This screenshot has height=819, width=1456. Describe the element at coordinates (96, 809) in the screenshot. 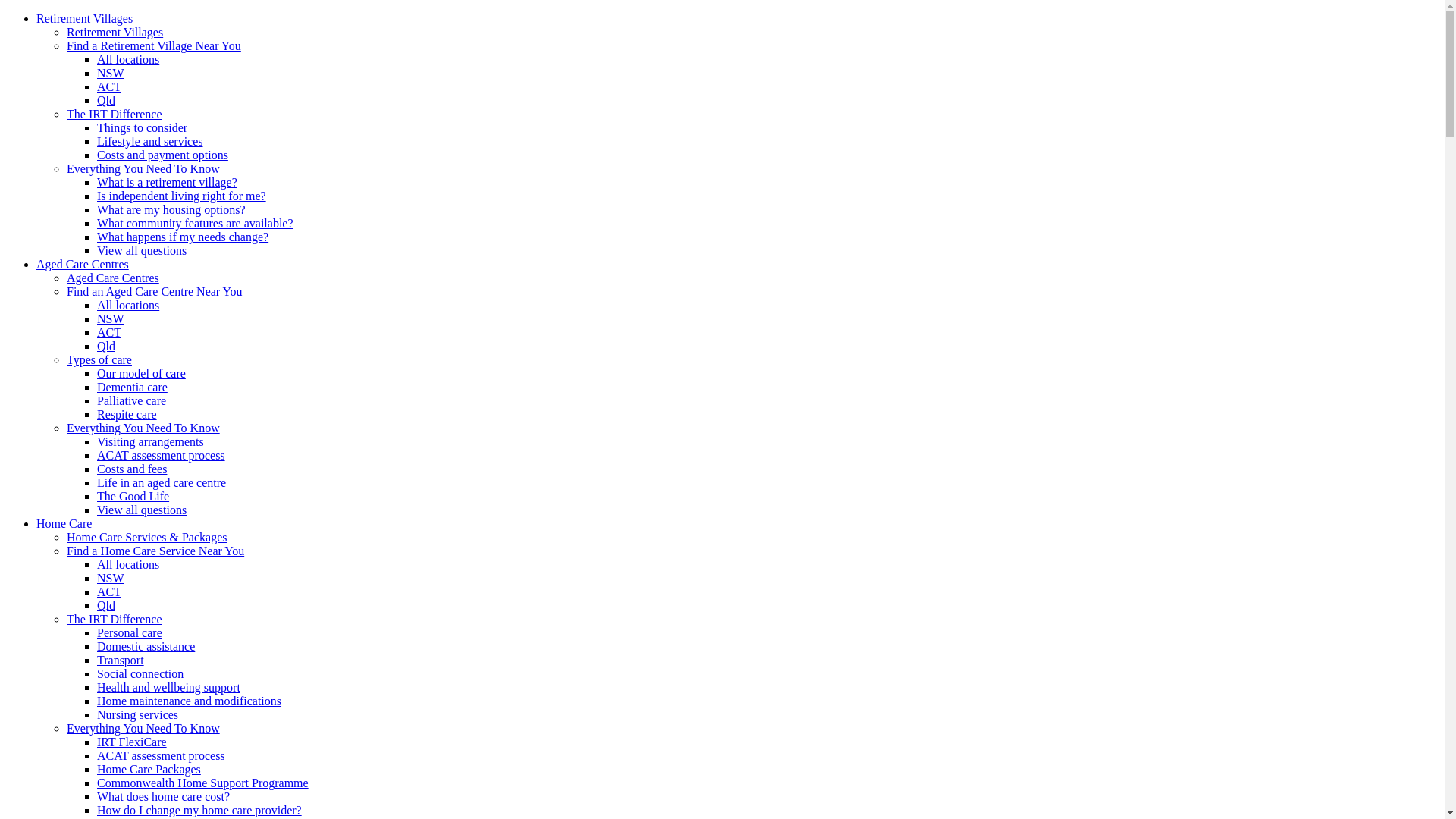

I see `'How do I change my home care provider?'` at that location.